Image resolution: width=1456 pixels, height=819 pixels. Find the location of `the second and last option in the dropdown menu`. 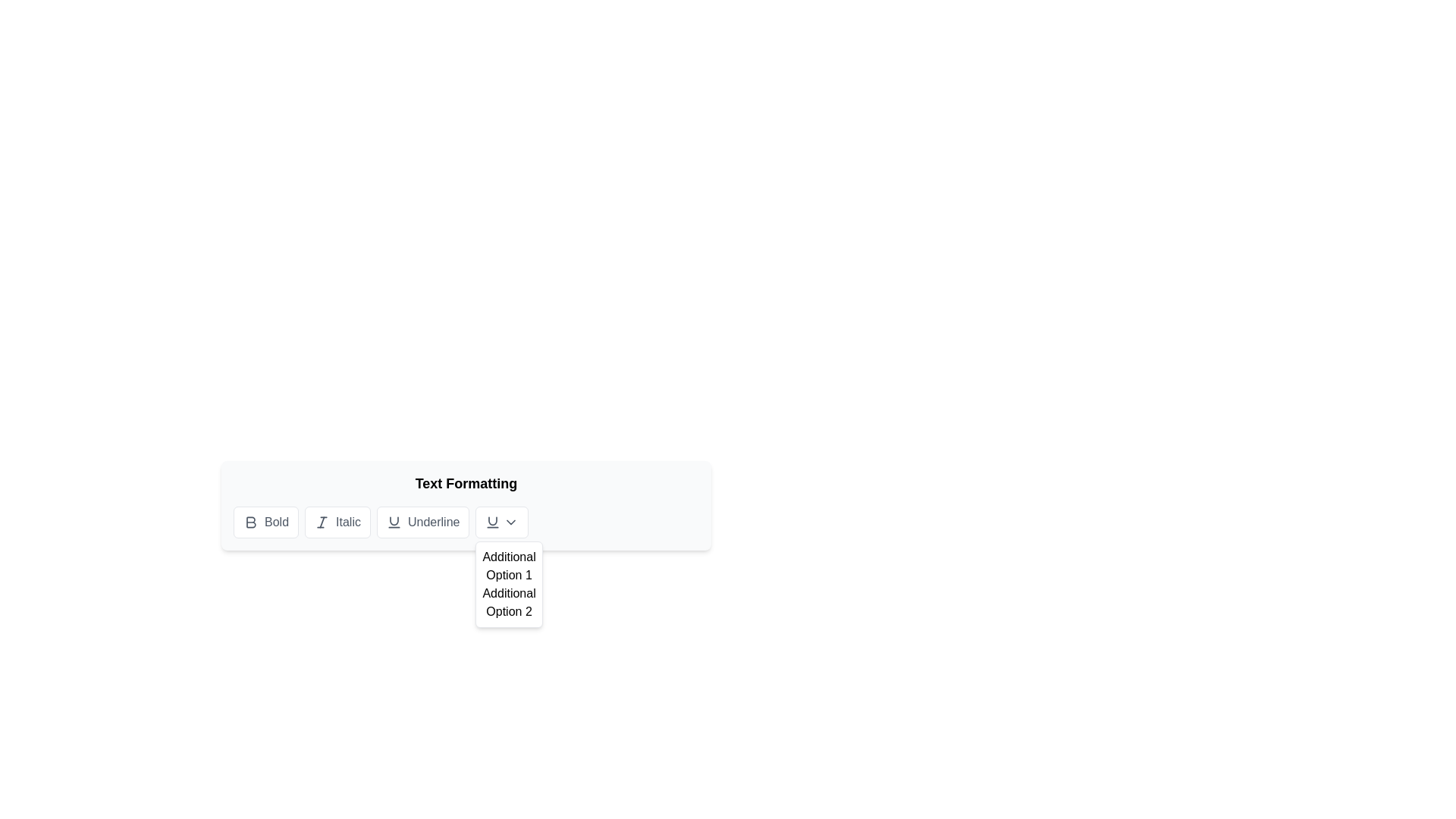

the second and last option in the dropdown menu is located at coordinates (509, 601).